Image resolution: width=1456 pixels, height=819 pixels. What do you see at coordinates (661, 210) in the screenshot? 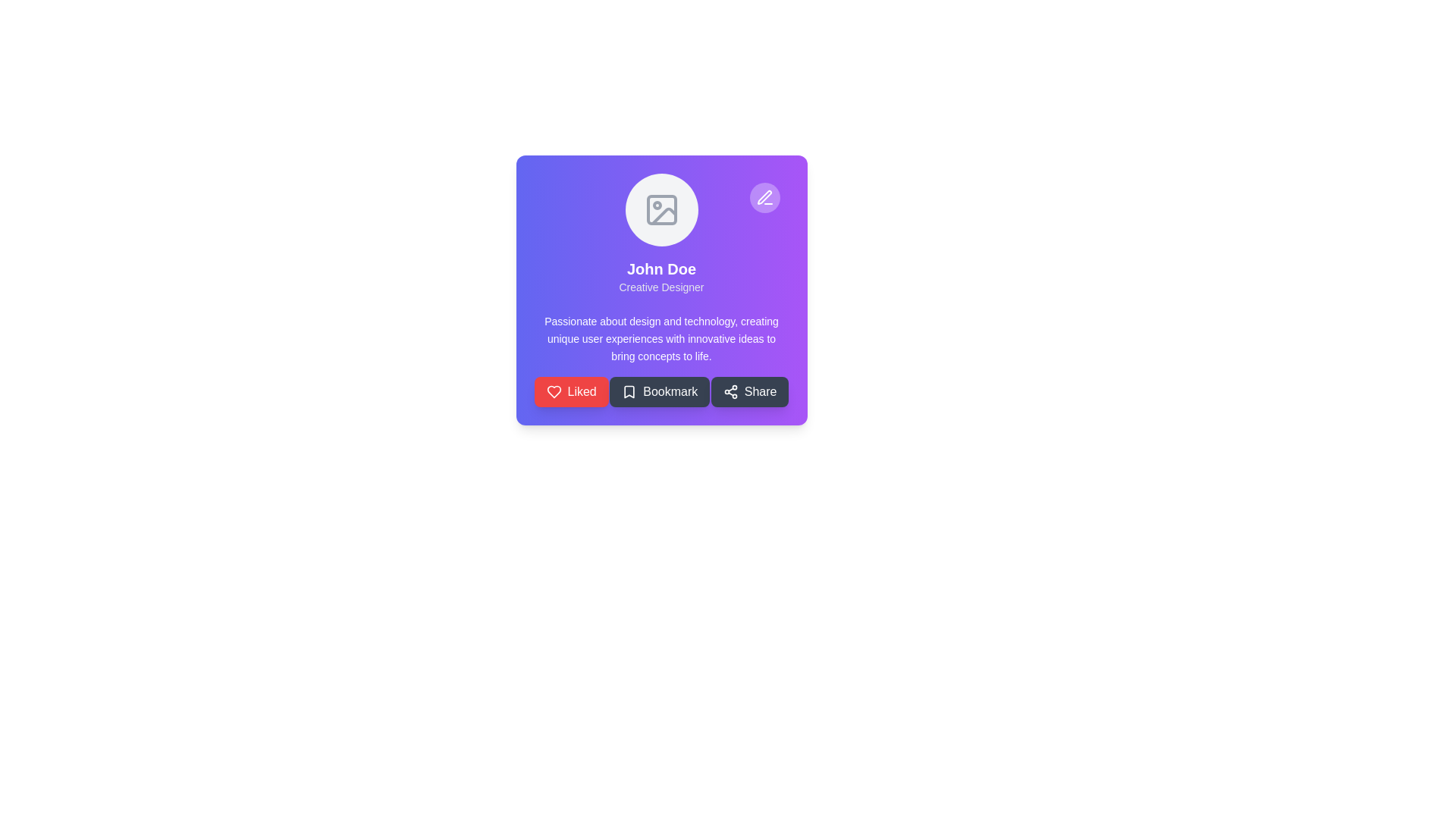
I see `the SVG-based image icon with a gray outline located at the center of the circular profile image placeholder on the user profile card` at bounding box center [661, 210].